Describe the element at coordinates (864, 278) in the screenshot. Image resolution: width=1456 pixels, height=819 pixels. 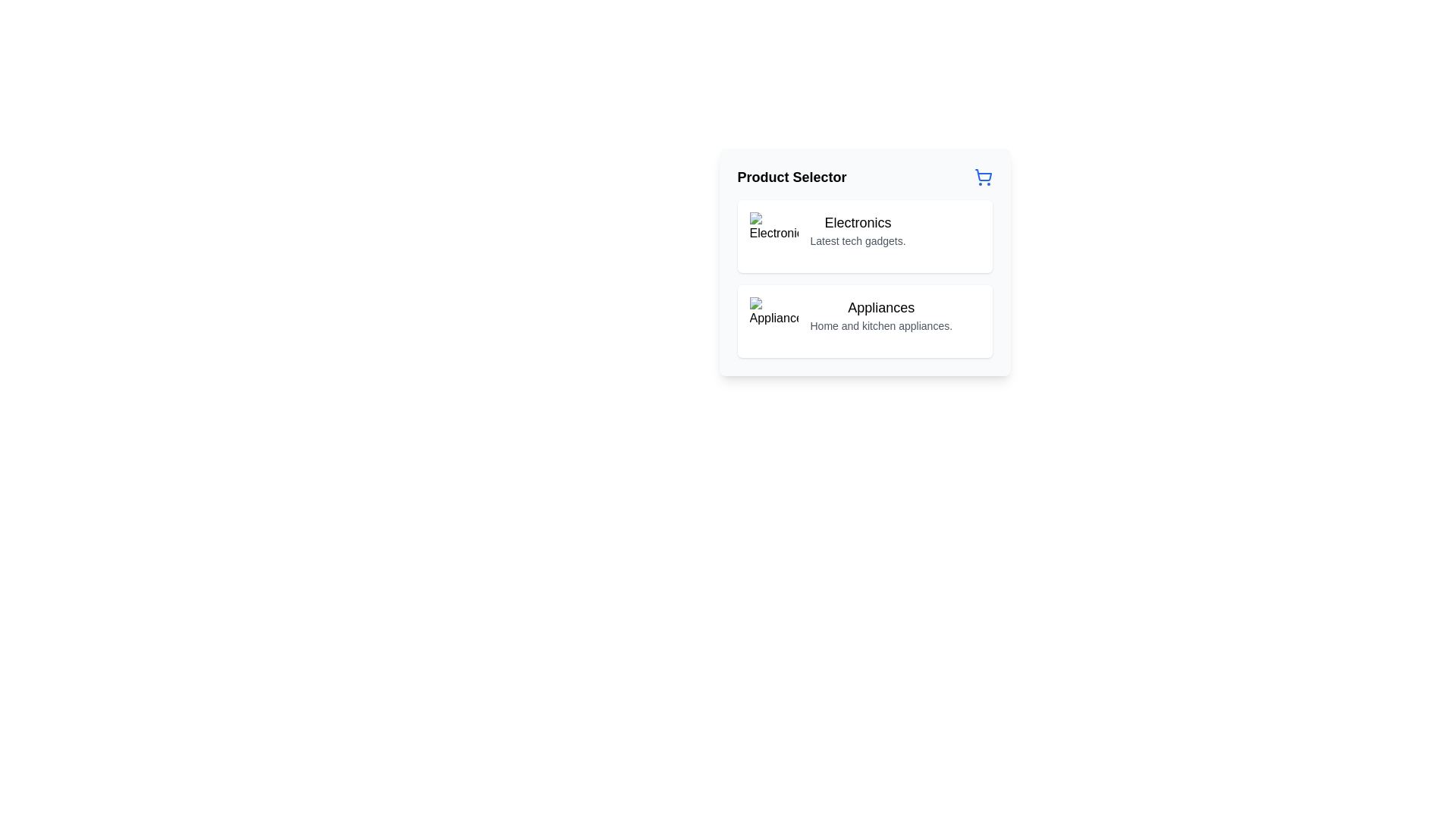
I see `the section containing the interactive items labeled 'Electronics' and 'Appliances'` at that location.